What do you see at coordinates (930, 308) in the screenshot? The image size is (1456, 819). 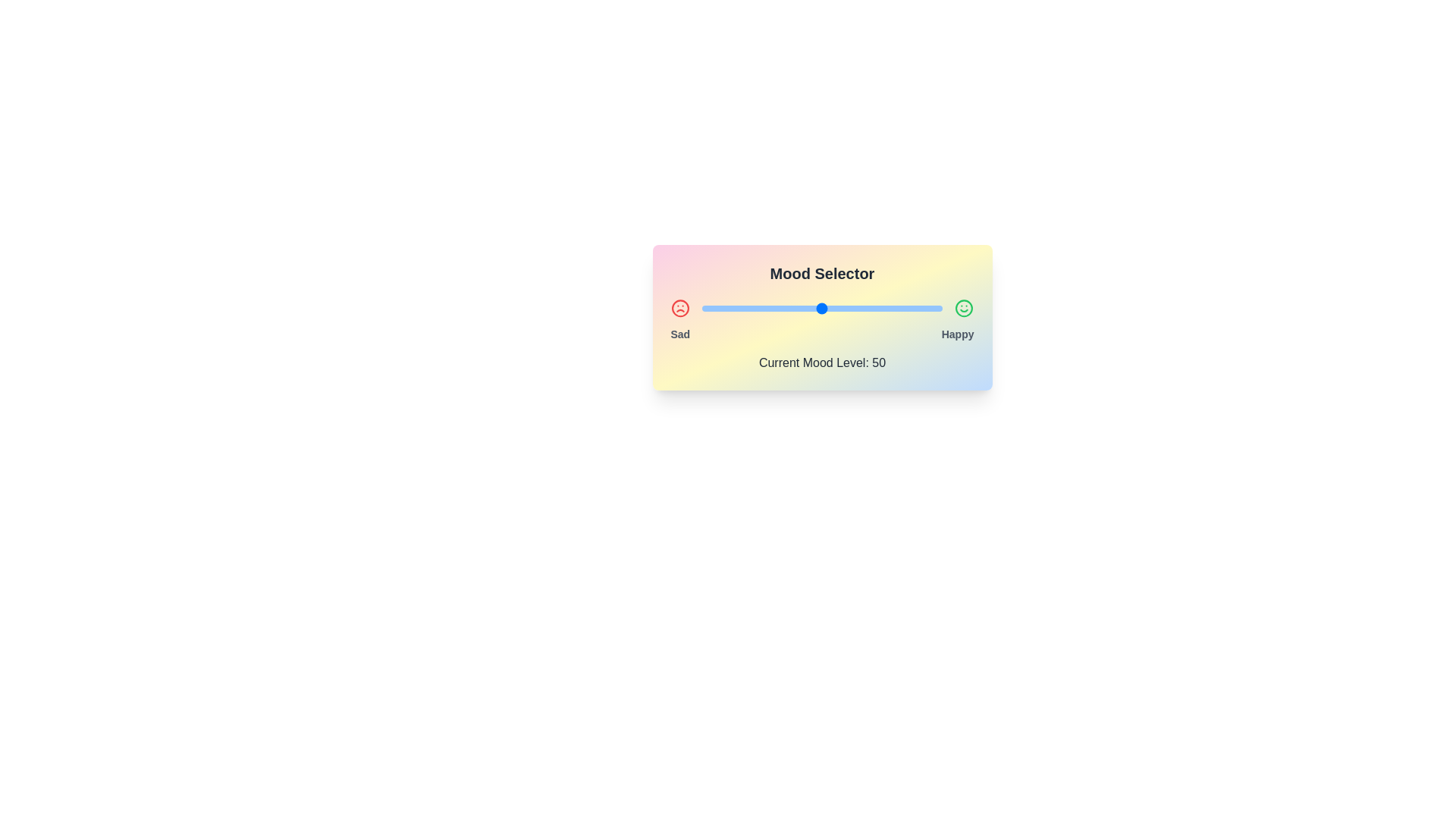 I see `the mood level to 95 by interacting with the slider` at bounding box center [930, 308].